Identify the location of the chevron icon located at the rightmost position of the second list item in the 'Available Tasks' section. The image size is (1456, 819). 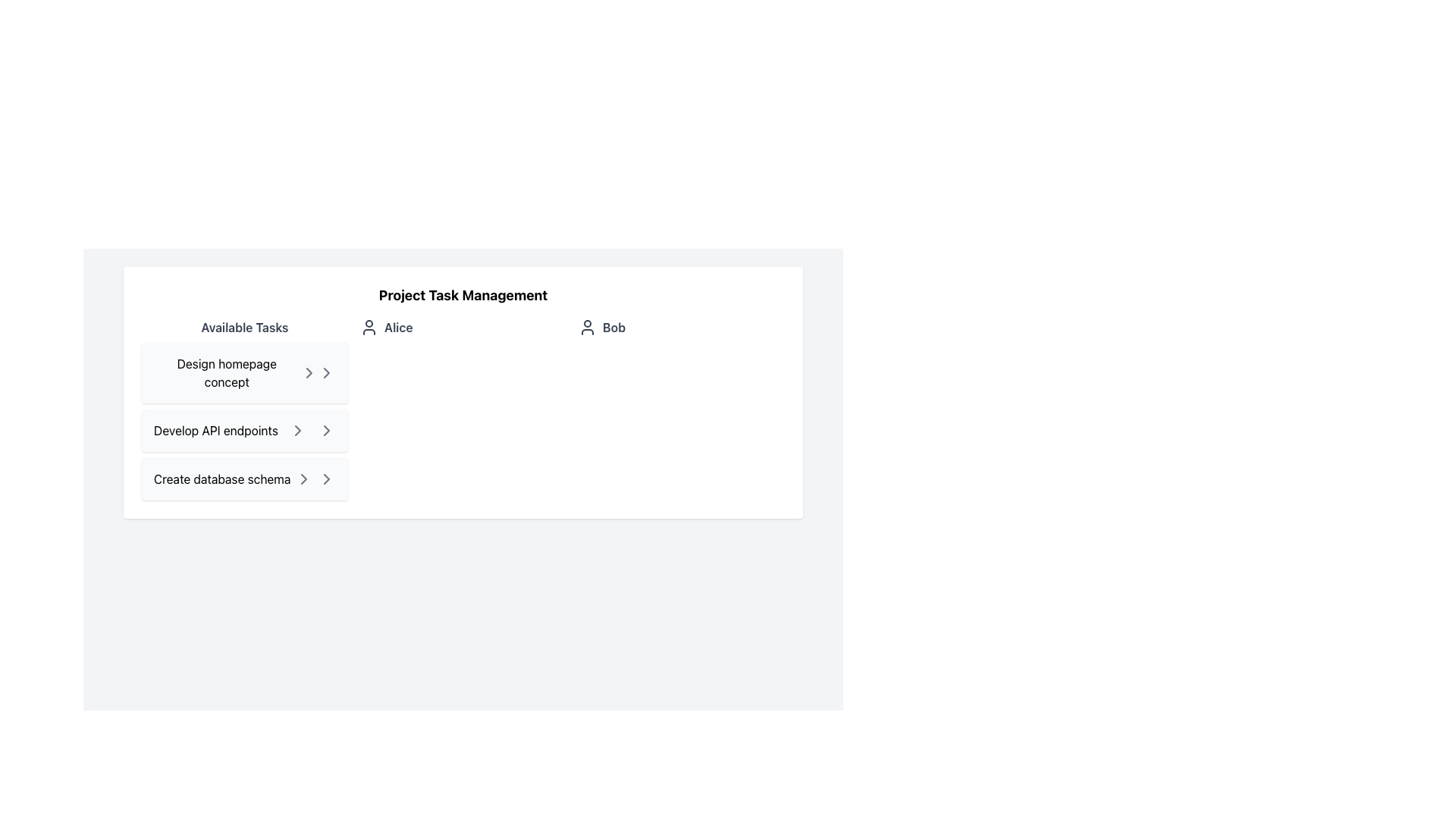
(298, 430).